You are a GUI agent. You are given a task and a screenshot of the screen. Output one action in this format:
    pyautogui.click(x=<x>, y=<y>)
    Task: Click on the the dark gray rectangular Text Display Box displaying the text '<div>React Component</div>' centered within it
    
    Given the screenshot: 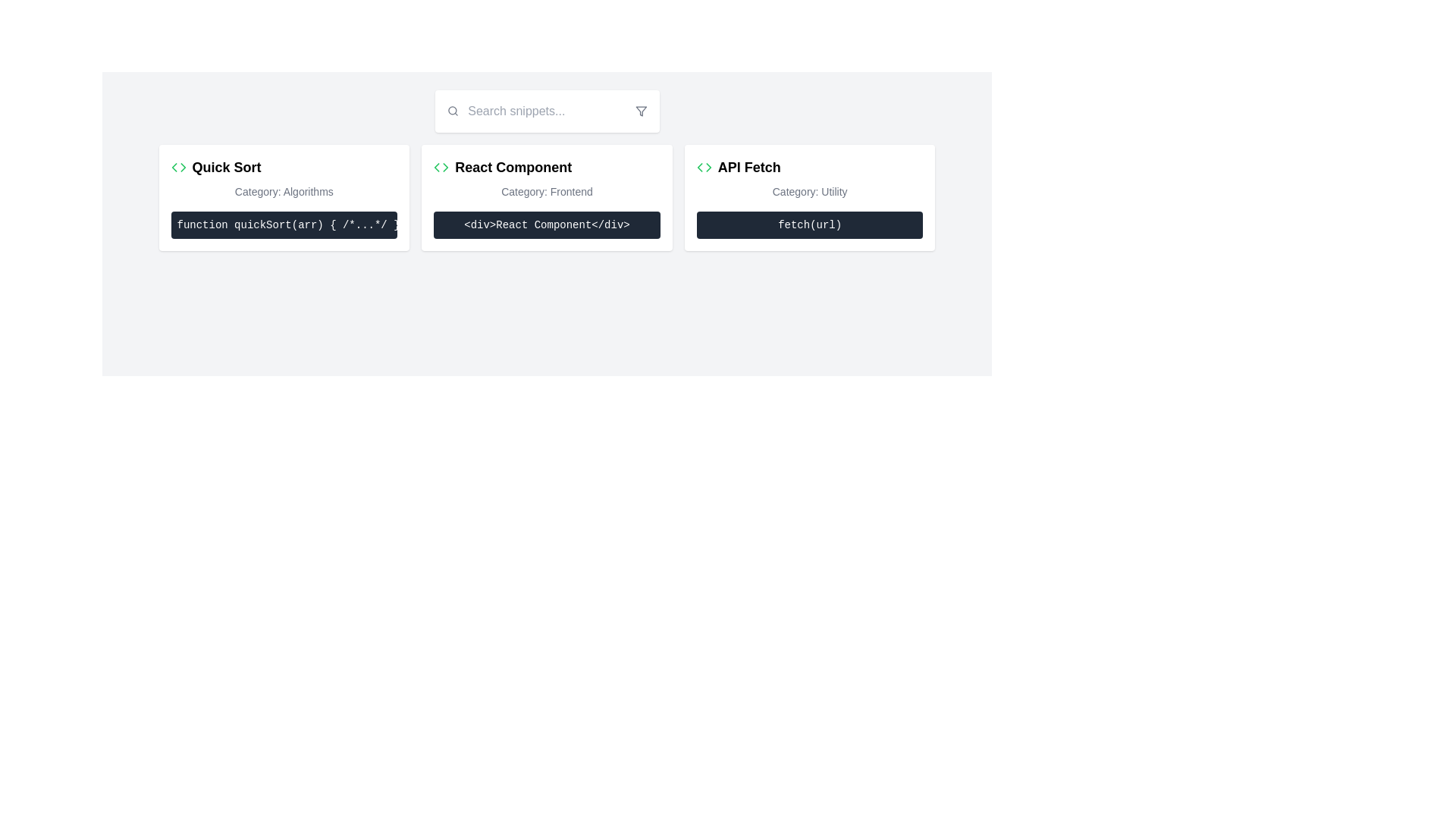 What is the action you would take?
    pyautogui.click(x=546, y=225)
    